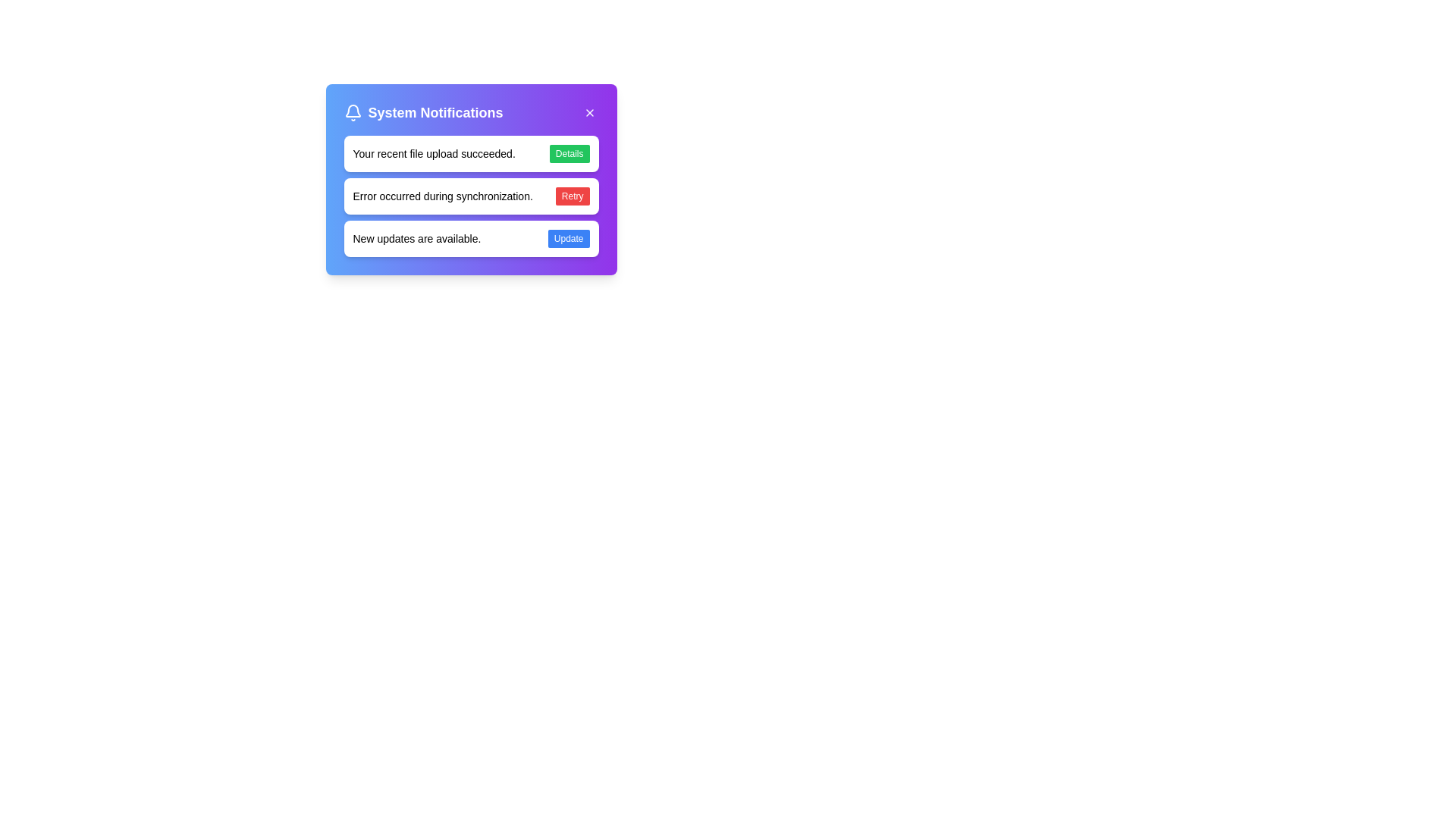 The width and height of the screenshot is (1456, 819). What do you see at coordinates (416, 239) in the screenshot?
I see `text label that informs users about the availability of updates, located in the notification card near the bottom left, to the left of the 'Update' button` at bounding box center [416, 239].